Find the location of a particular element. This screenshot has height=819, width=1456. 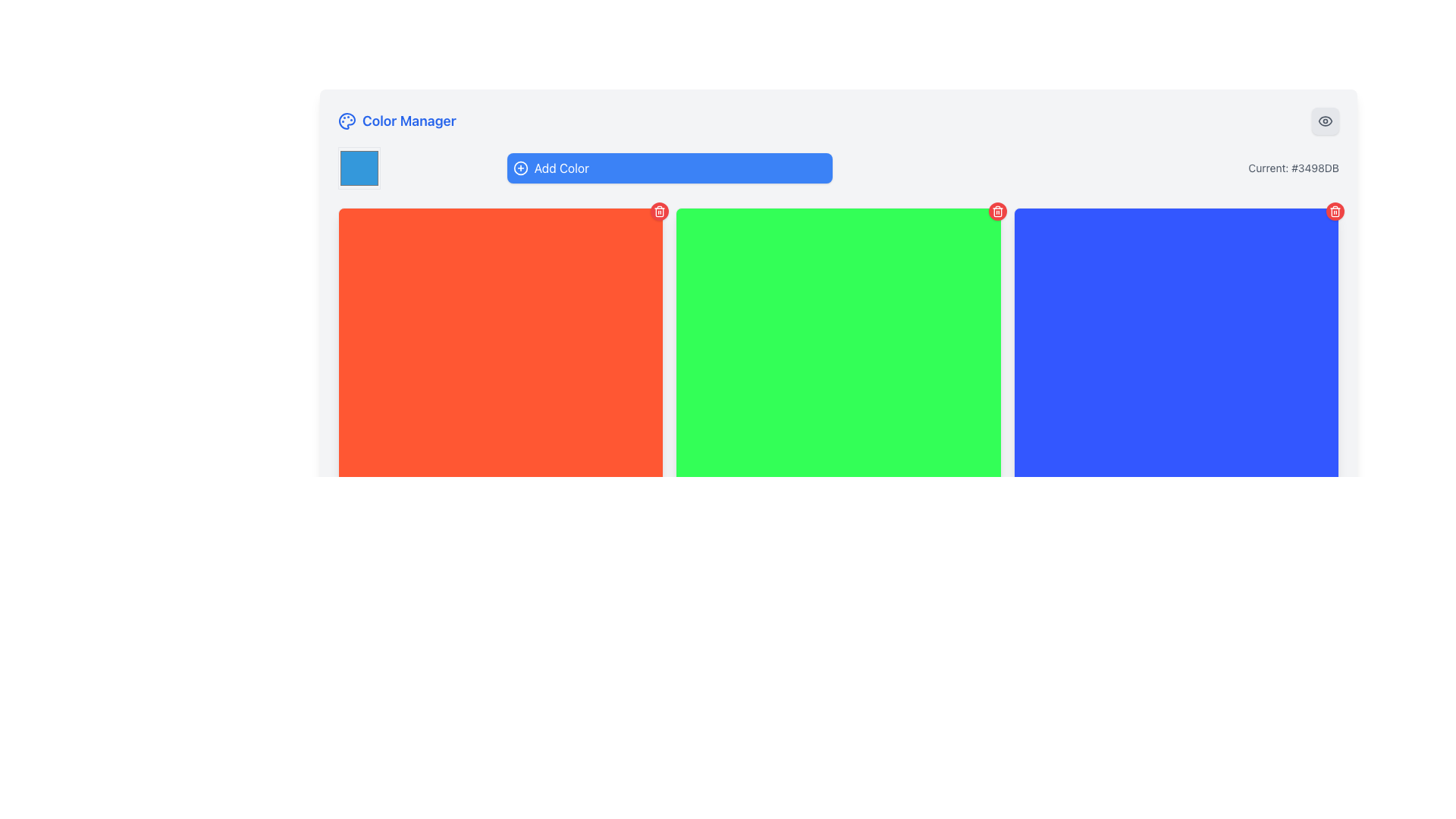

the decorative icon representing color management, located to the left of the 'Color Manager' text in the header section is located at coordinates (346, 120).